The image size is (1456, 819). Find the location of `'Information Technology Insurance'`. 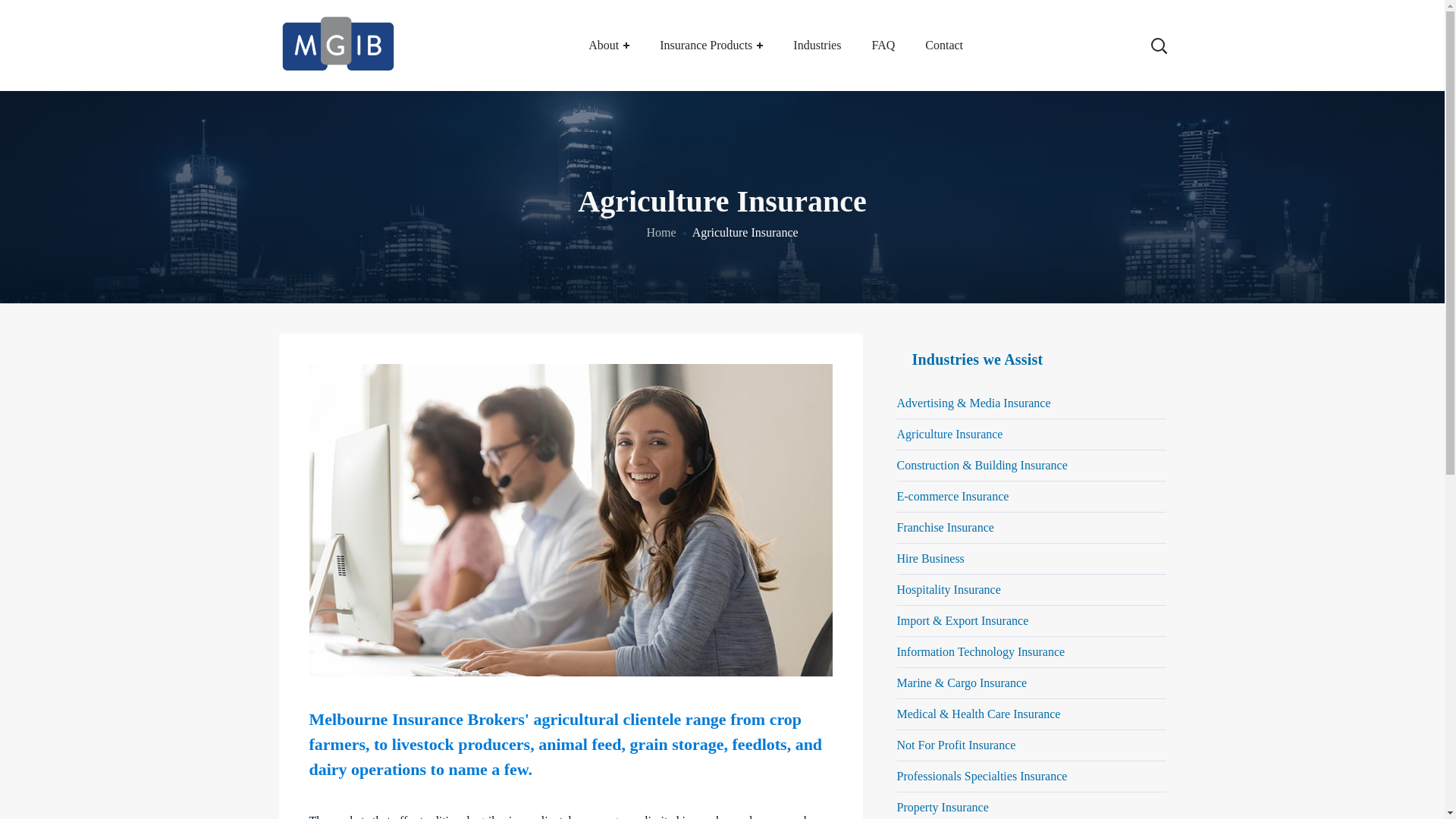

'Information Technology Insurance' is located at coordinates (896, 651).